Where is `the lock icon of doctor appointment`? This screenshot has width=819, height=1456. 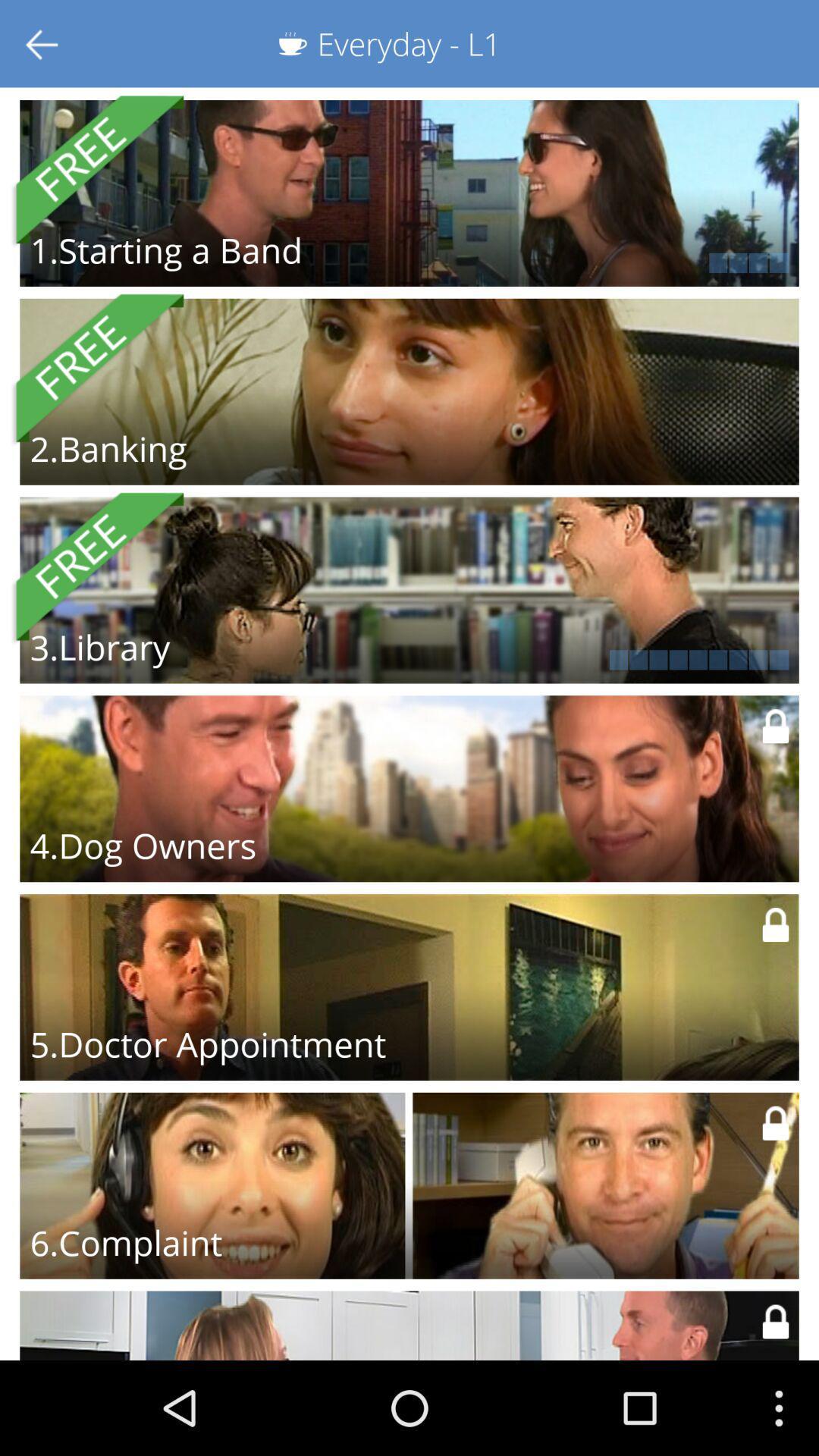 the lock icon of doctor appointment is located at coordinates (775, 924).